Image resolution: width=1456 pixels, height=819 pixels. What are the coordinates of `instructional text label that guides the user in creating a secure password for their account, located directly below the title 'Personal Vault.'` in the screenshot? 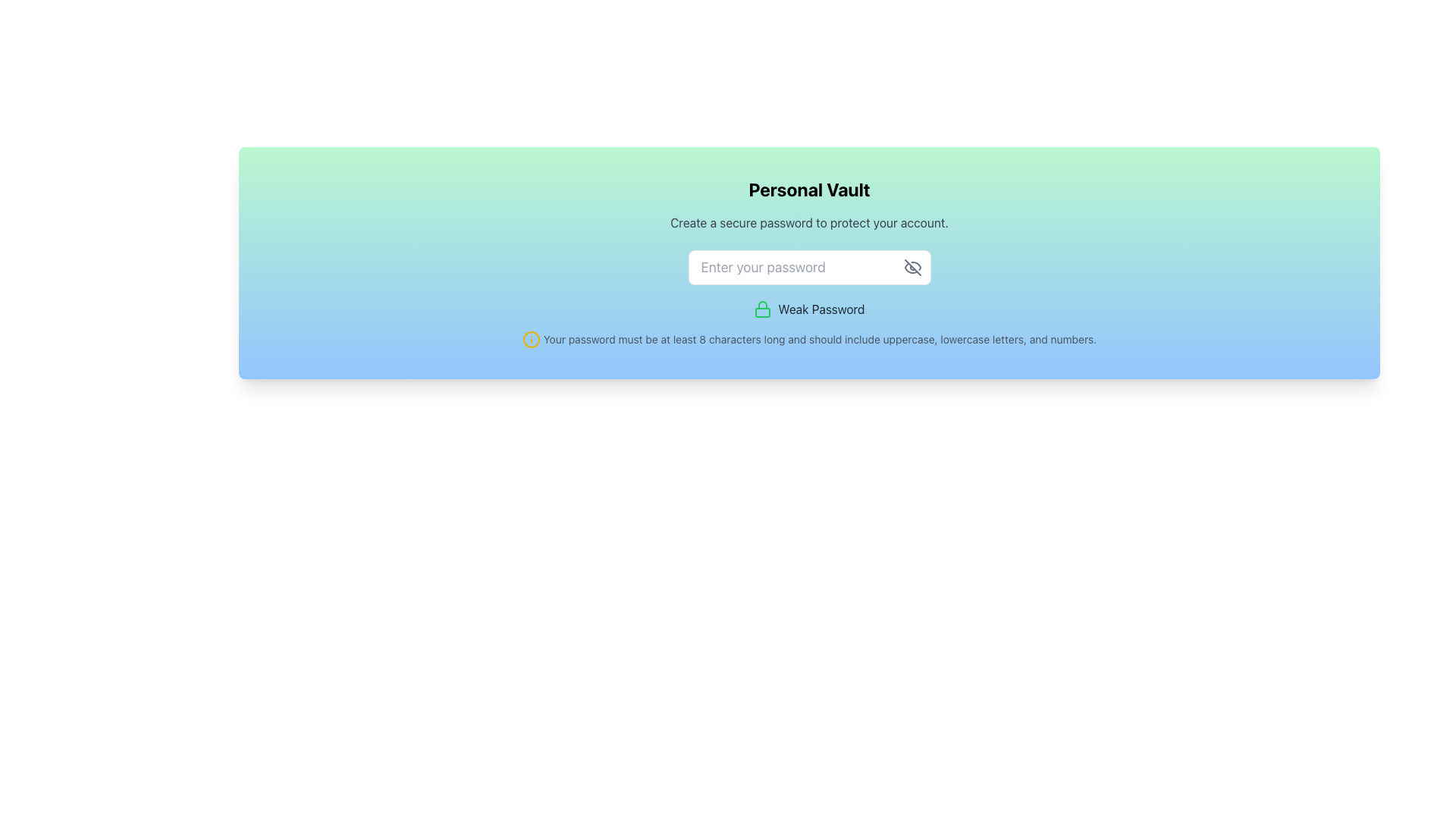 It's located at (808, 222).